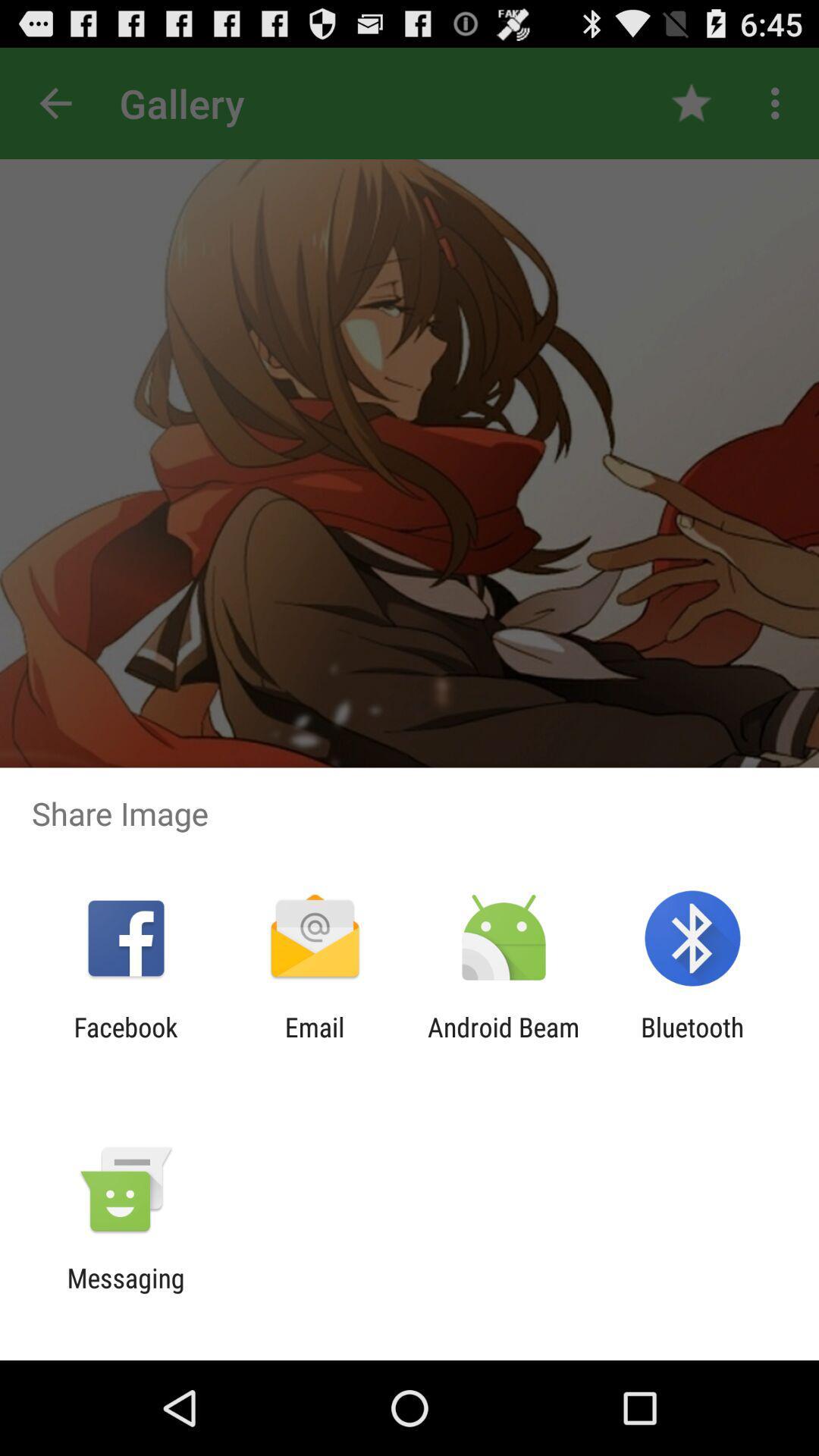  Describe the element at coordinates (692, 1042) in the screenshot. I see `the item next to android beam app` at that location.